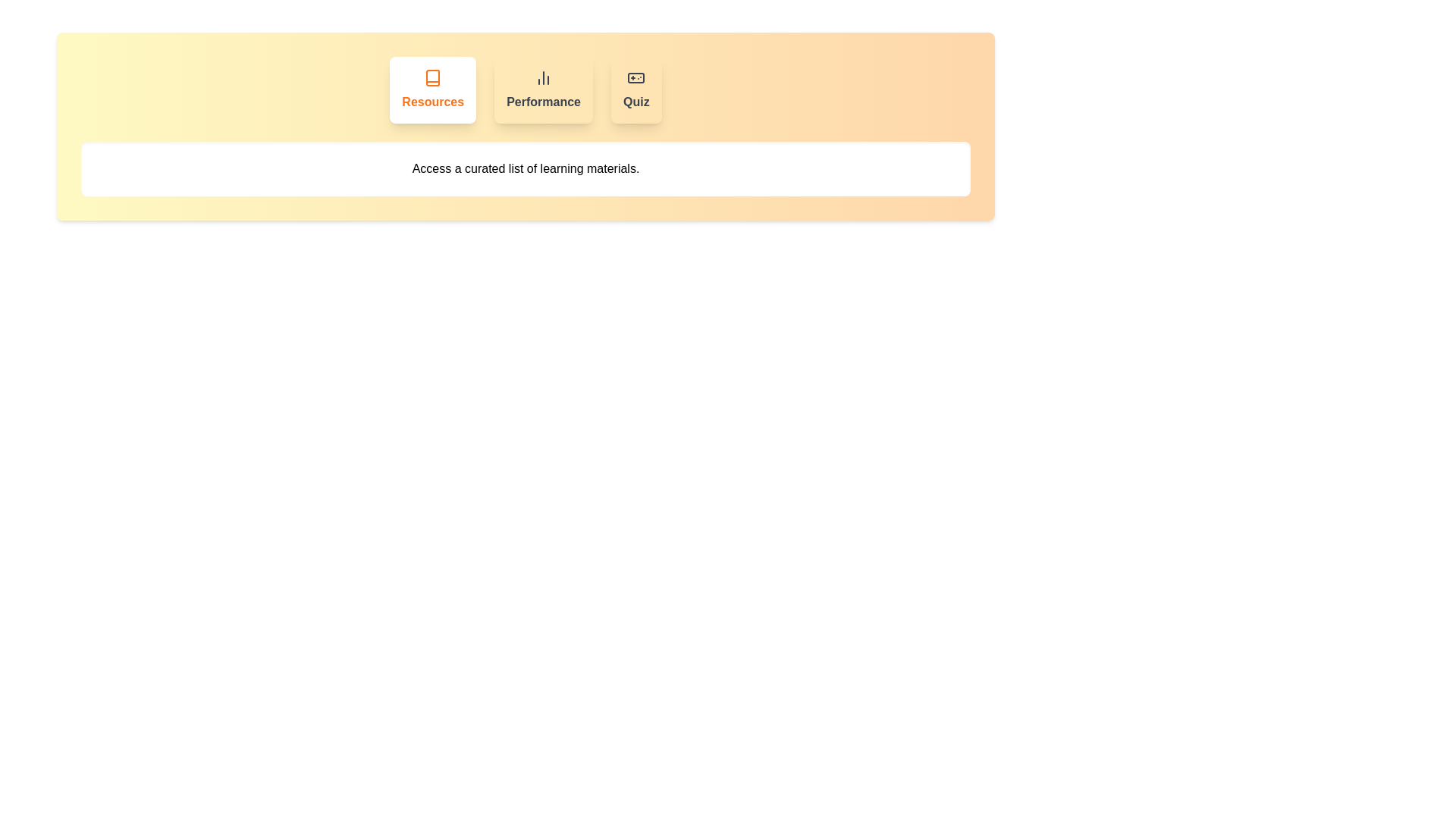 Image resolution: width=1456 pixels, height=819 pixels. I want to click on the Resources tab, so click(432, 90).